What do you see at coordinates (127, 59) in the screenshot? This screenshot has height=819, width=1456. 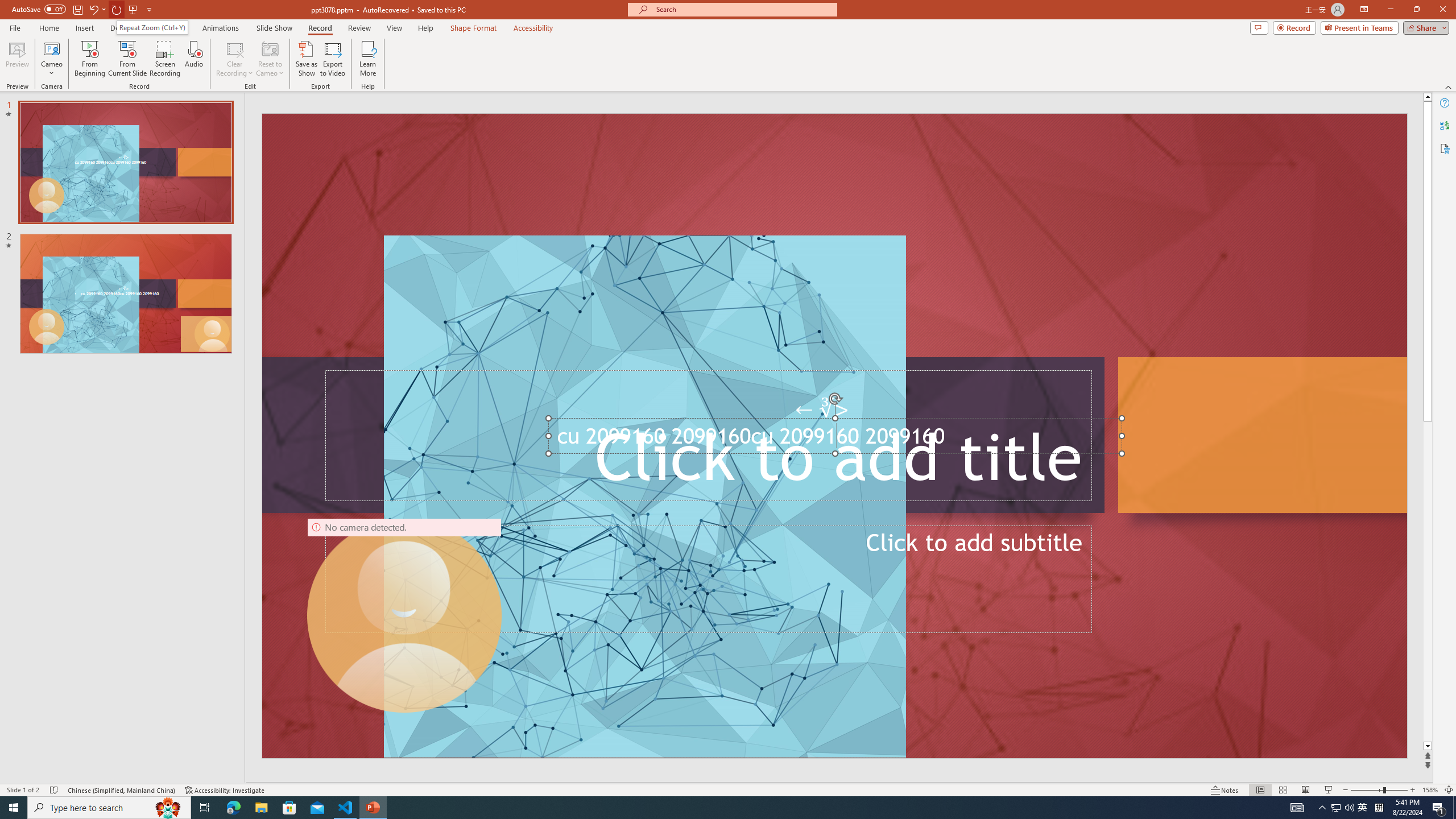 I see `'From Current Slide...'` at bounding box center [127, 59].